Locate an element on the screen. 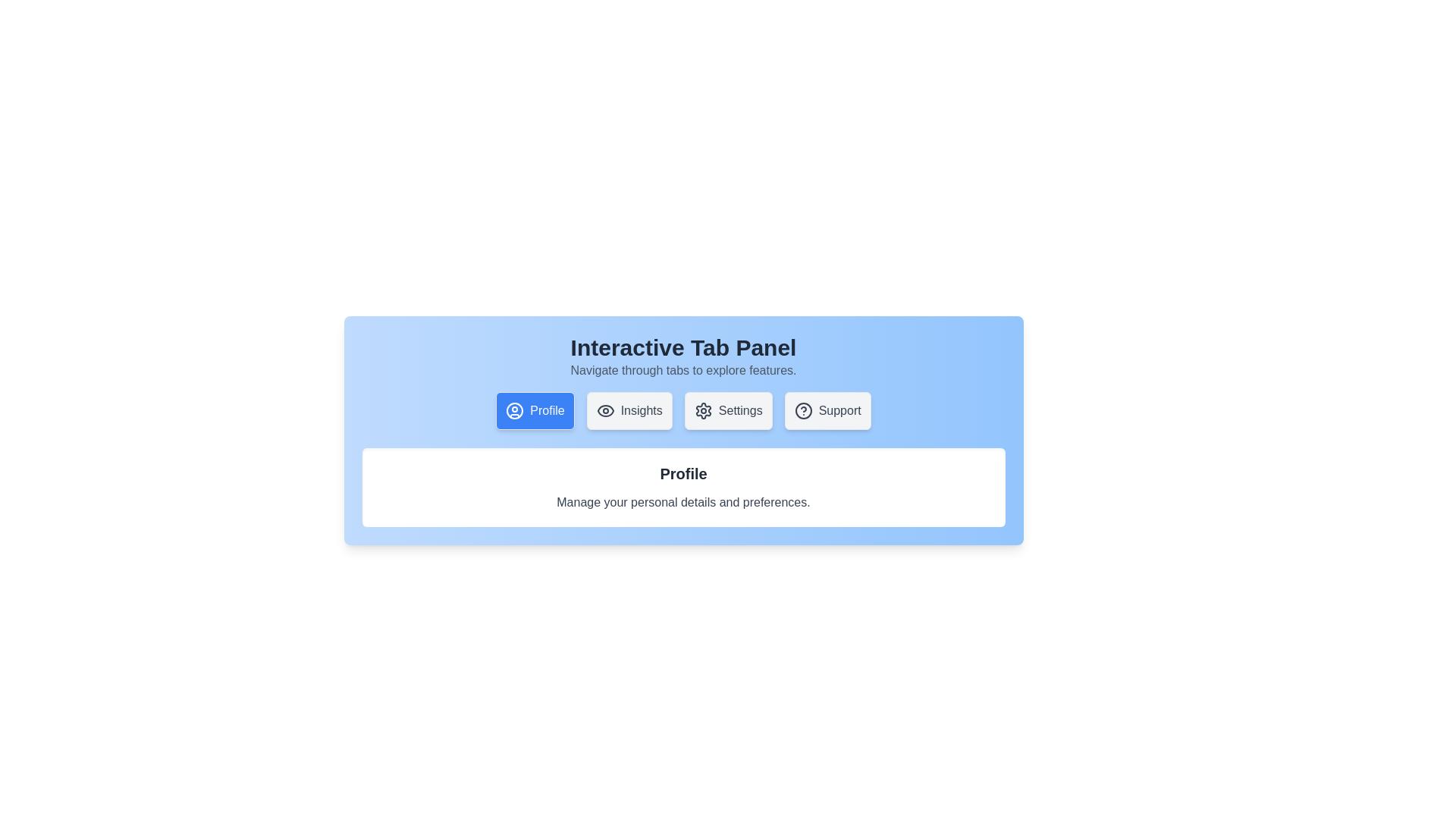 This screenshot has height=819, width=1456. the tab labeled Insights to observe its hover effect is located at coordinates (629, 411).